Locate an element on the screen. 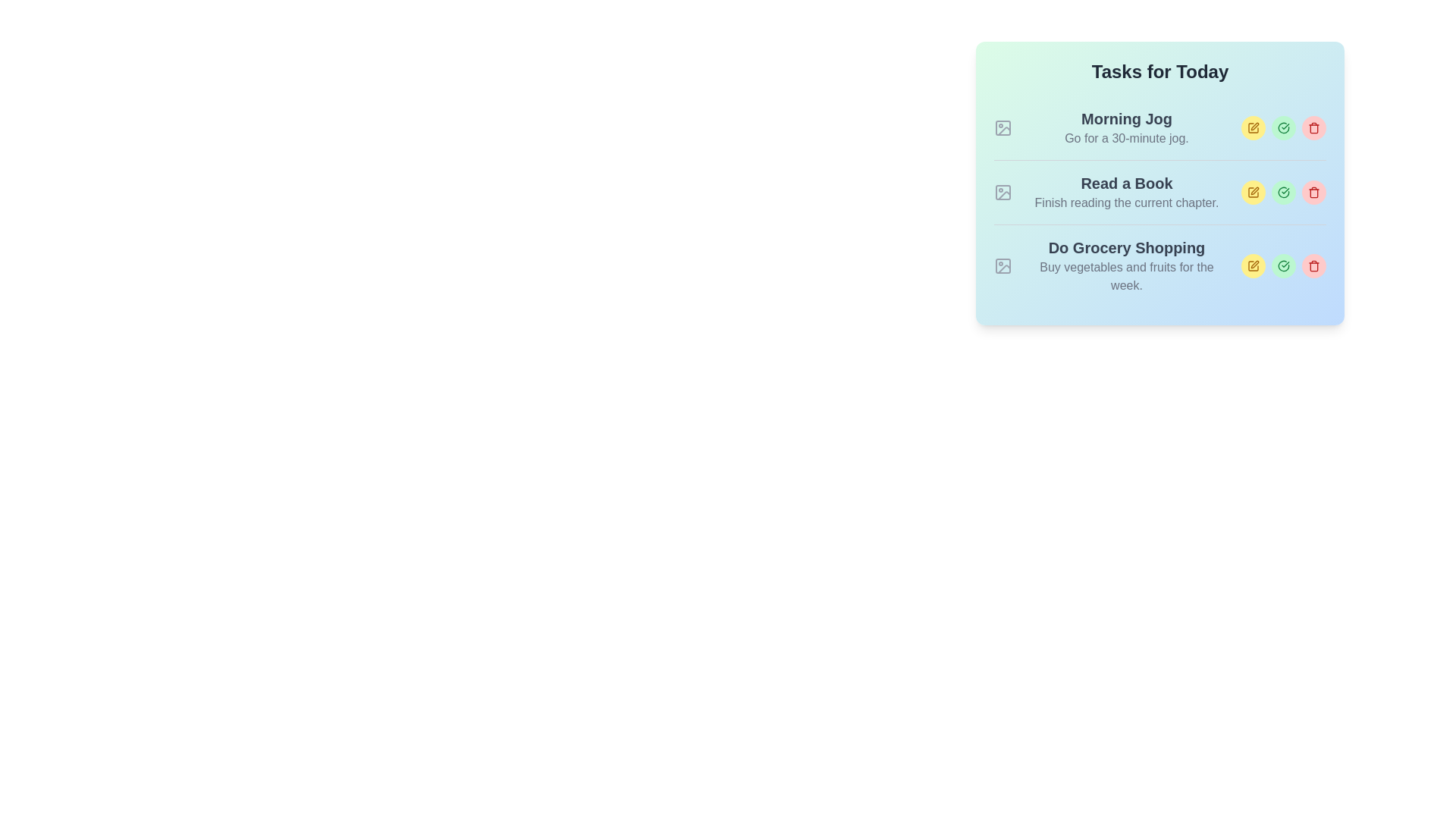  the red circular delete button for the task 'Morning Jog' is located at coordinates (1313, 127).